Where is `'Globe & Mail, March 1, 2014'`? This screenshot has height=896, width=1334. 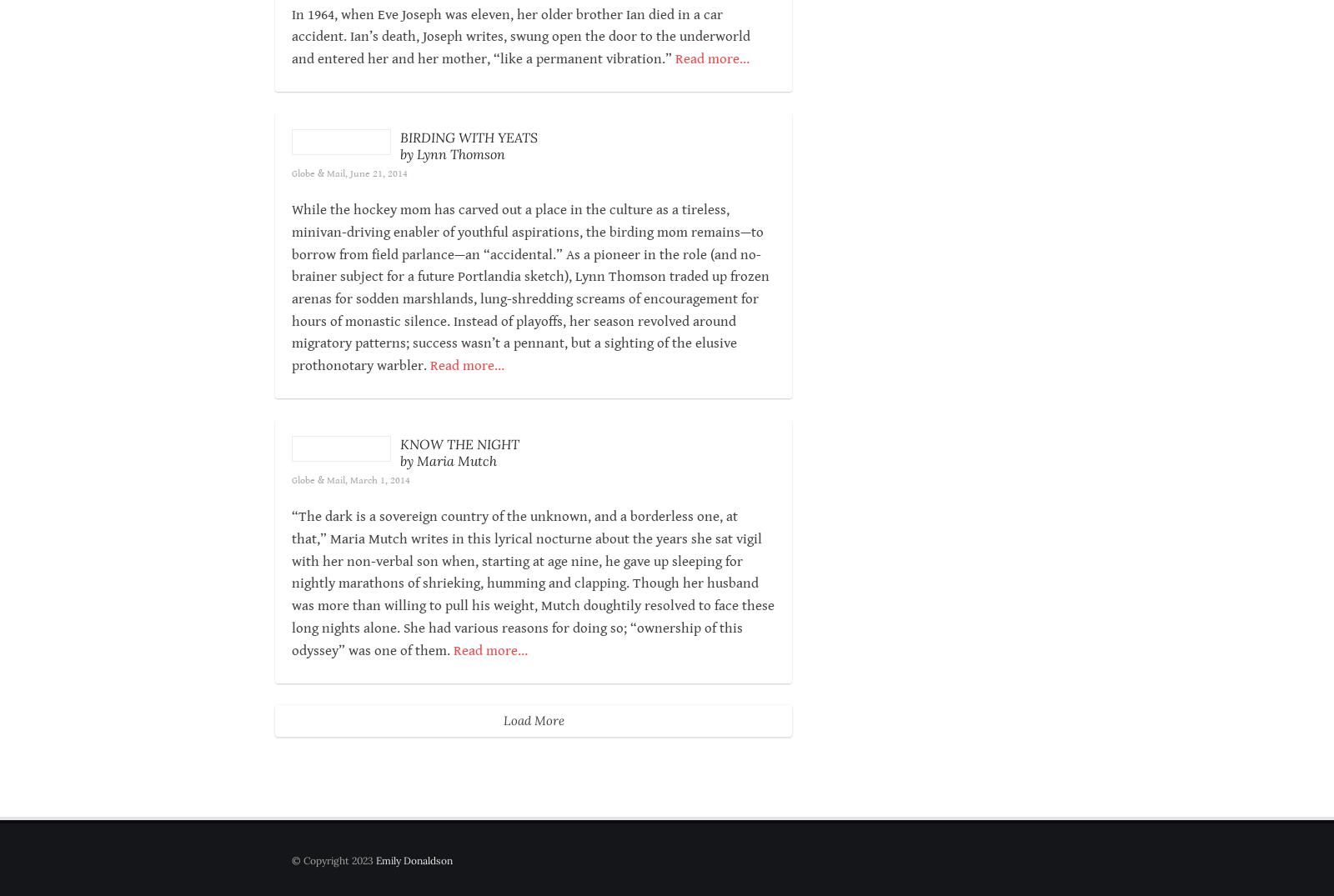 'Globe & Mail, March 1, 2014' is located at coordinates (399, 547).